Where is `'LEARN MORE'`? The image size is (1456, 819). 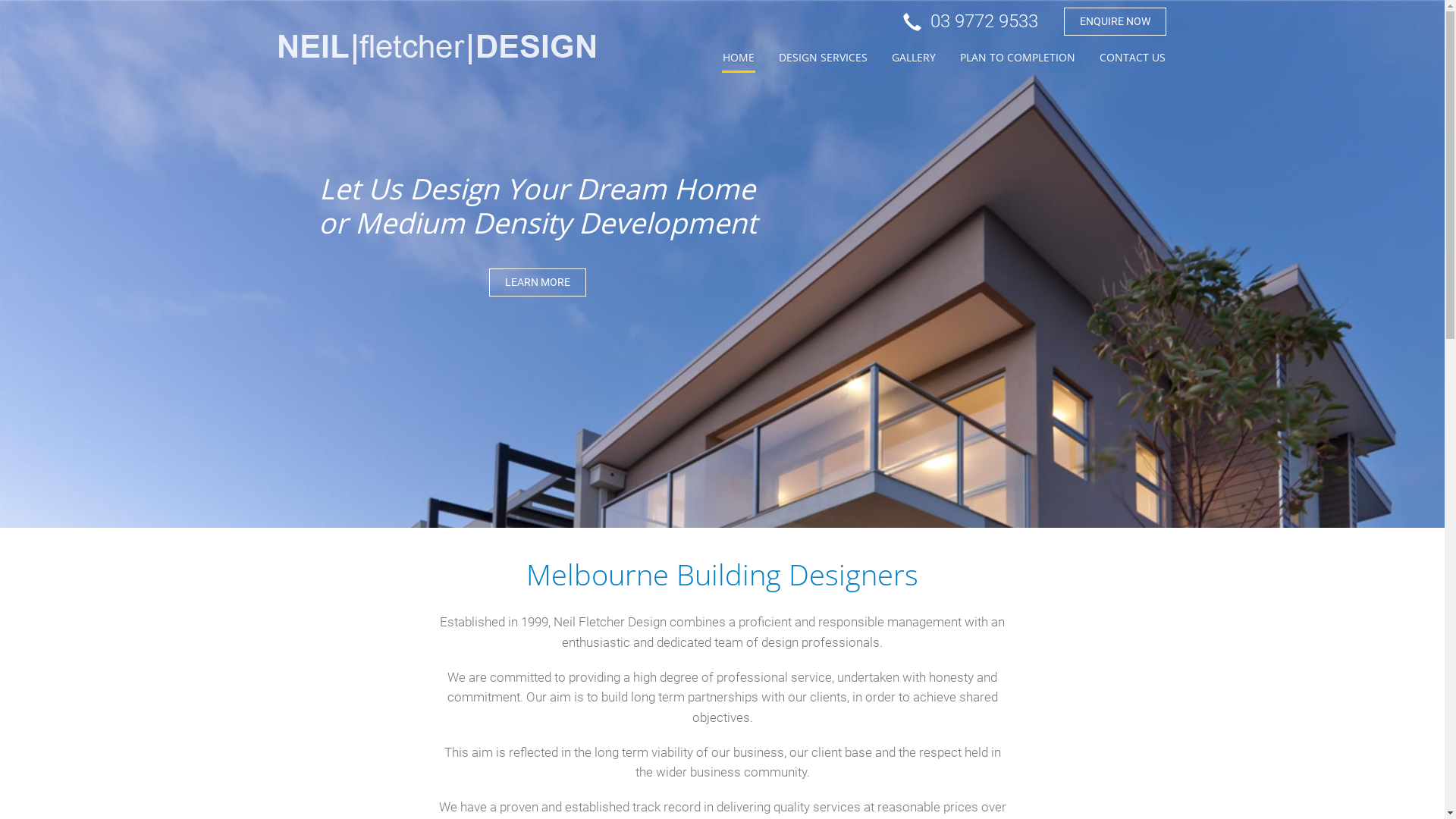 'LEARN MORE' is located at coordinates (488, 282).